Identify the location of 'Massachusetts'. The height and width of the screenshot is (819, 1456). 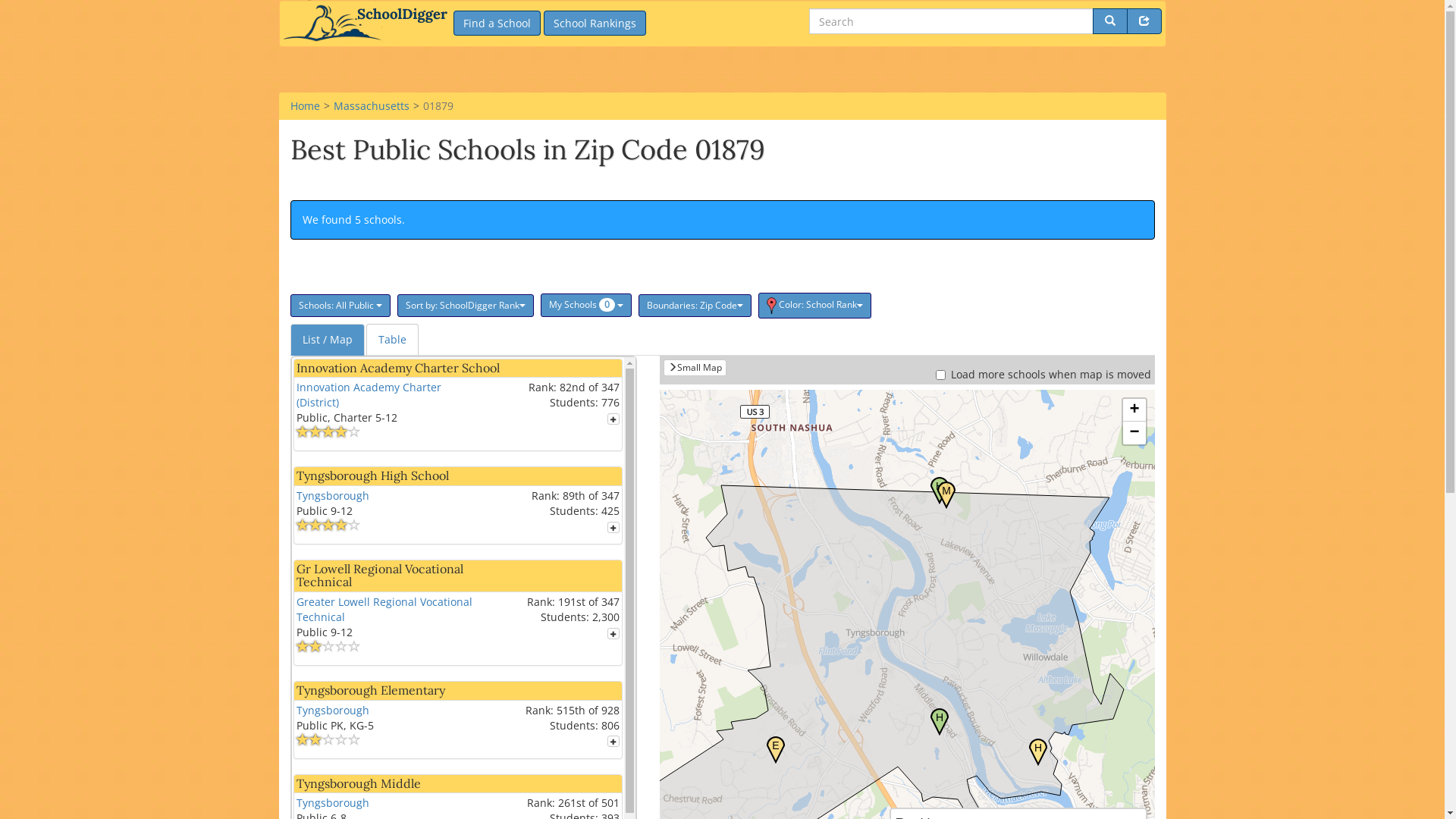
(371, 105).